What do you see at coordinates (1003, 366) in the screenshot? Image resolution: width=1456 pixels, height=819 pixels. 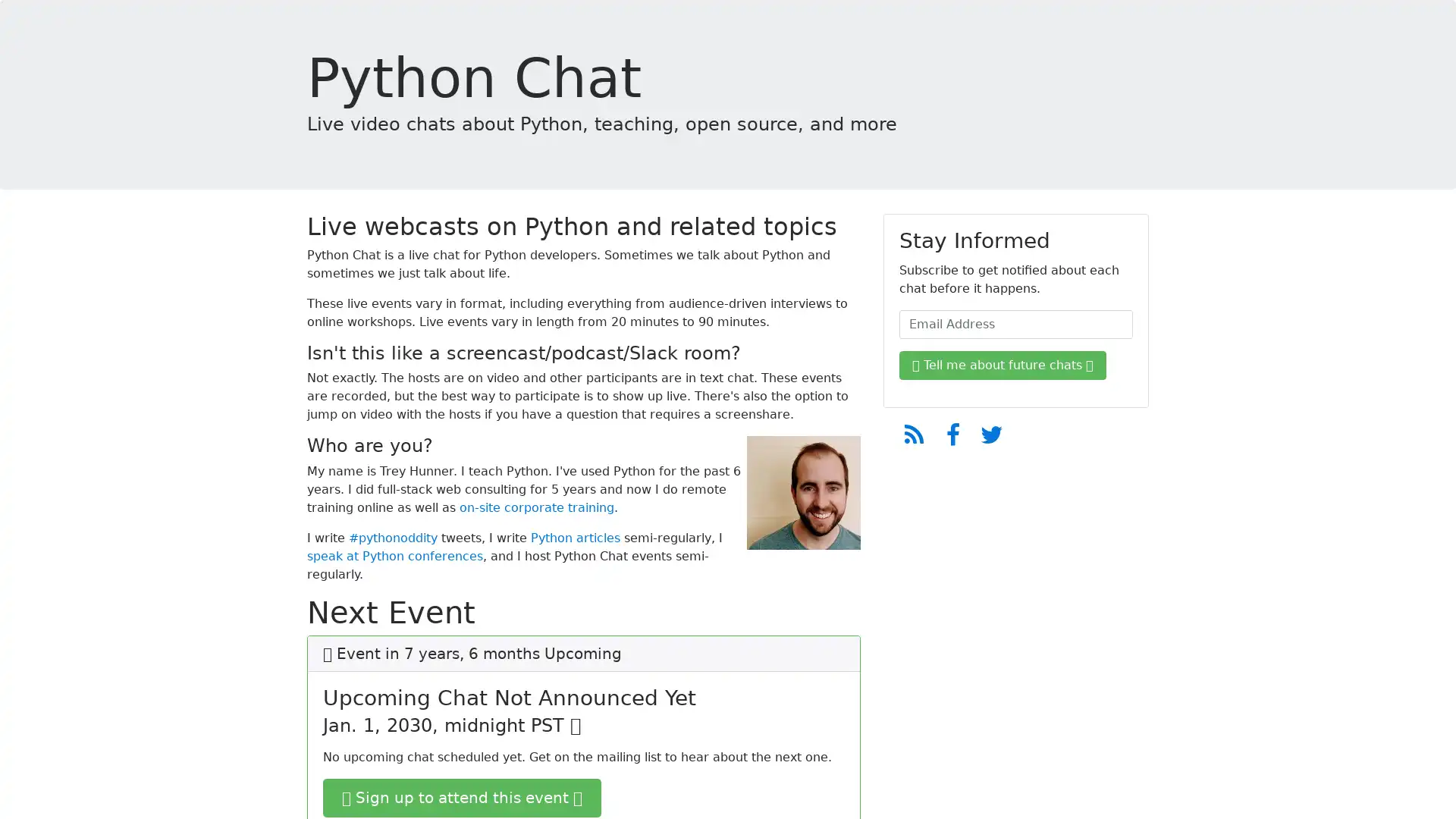 I see `Tell me about future chats` at bounding box center [1003, 366].